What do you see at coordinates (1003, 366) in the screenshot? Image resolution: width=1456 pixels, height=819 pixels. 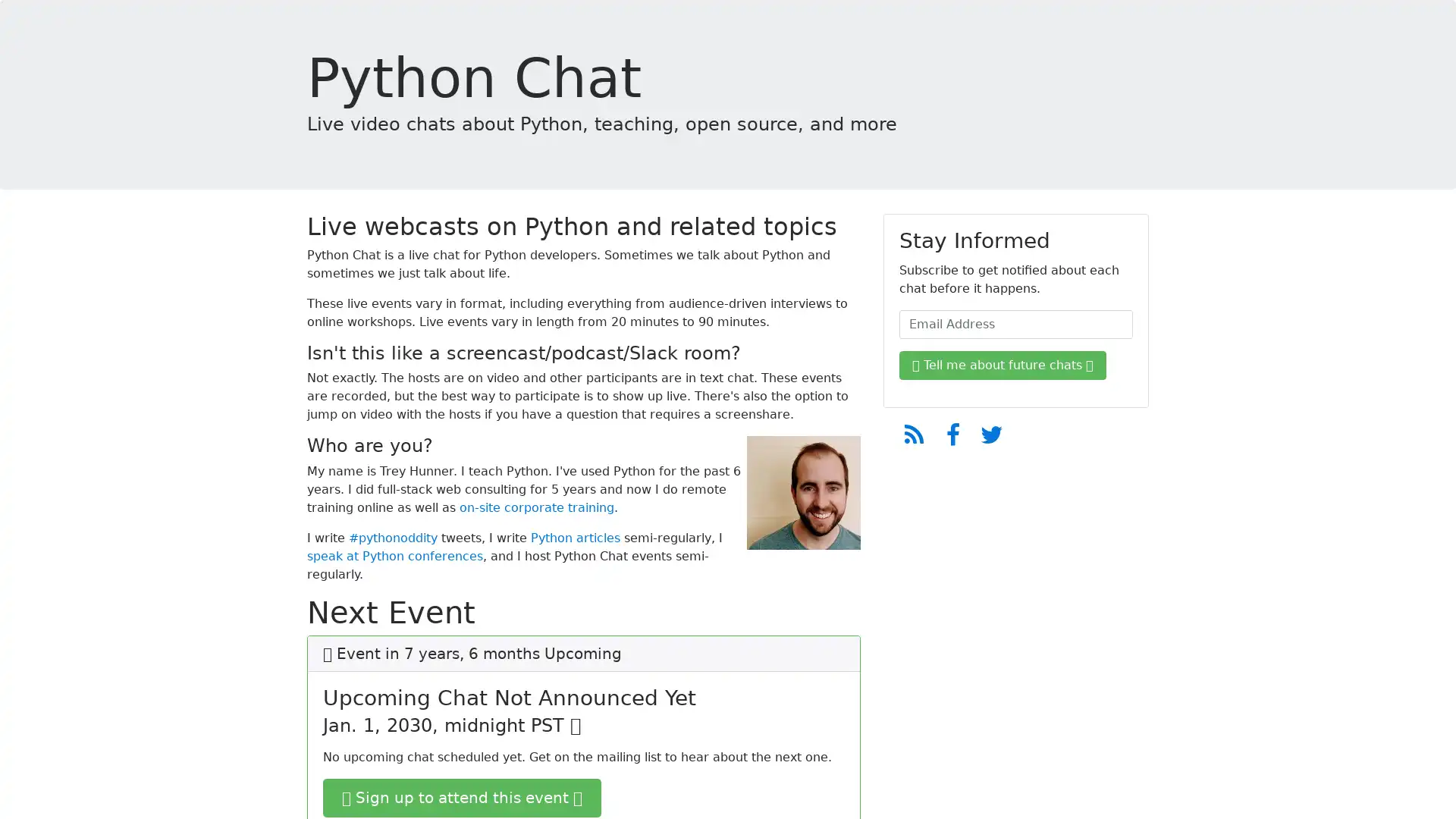 I see `Tell me about future chats` at bounding box center [1003, 366].